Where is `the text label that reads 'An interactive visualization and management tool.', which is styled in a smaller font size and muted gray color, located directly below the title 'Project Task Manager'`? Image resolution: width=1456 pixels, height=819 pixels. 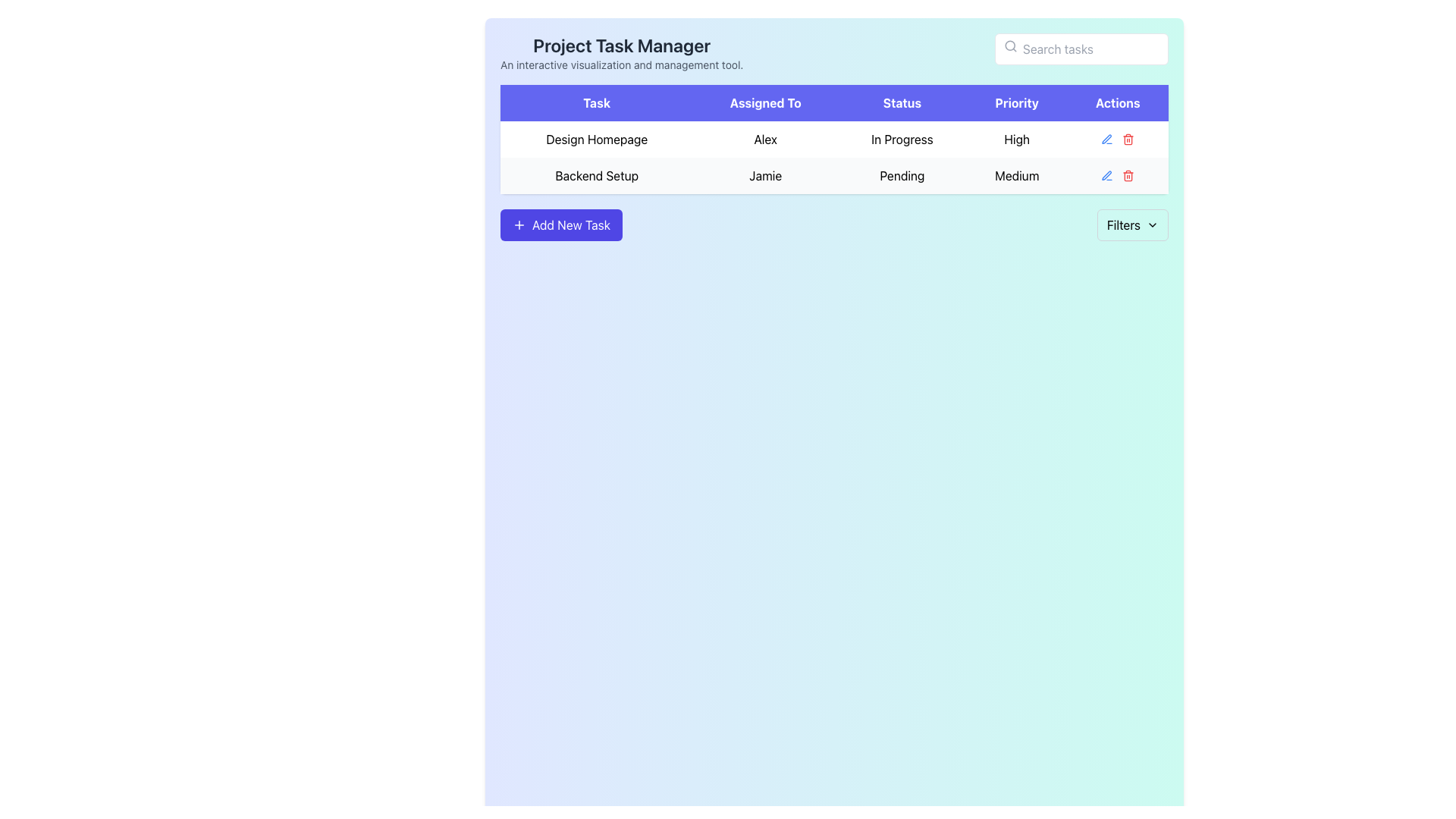 the text label that reads 'An interactive visualization and management tool.', which is styled in a smaller font size and muted gray color, located directly below the title 'Project Task Manager' is located at coordinates (622, 64).